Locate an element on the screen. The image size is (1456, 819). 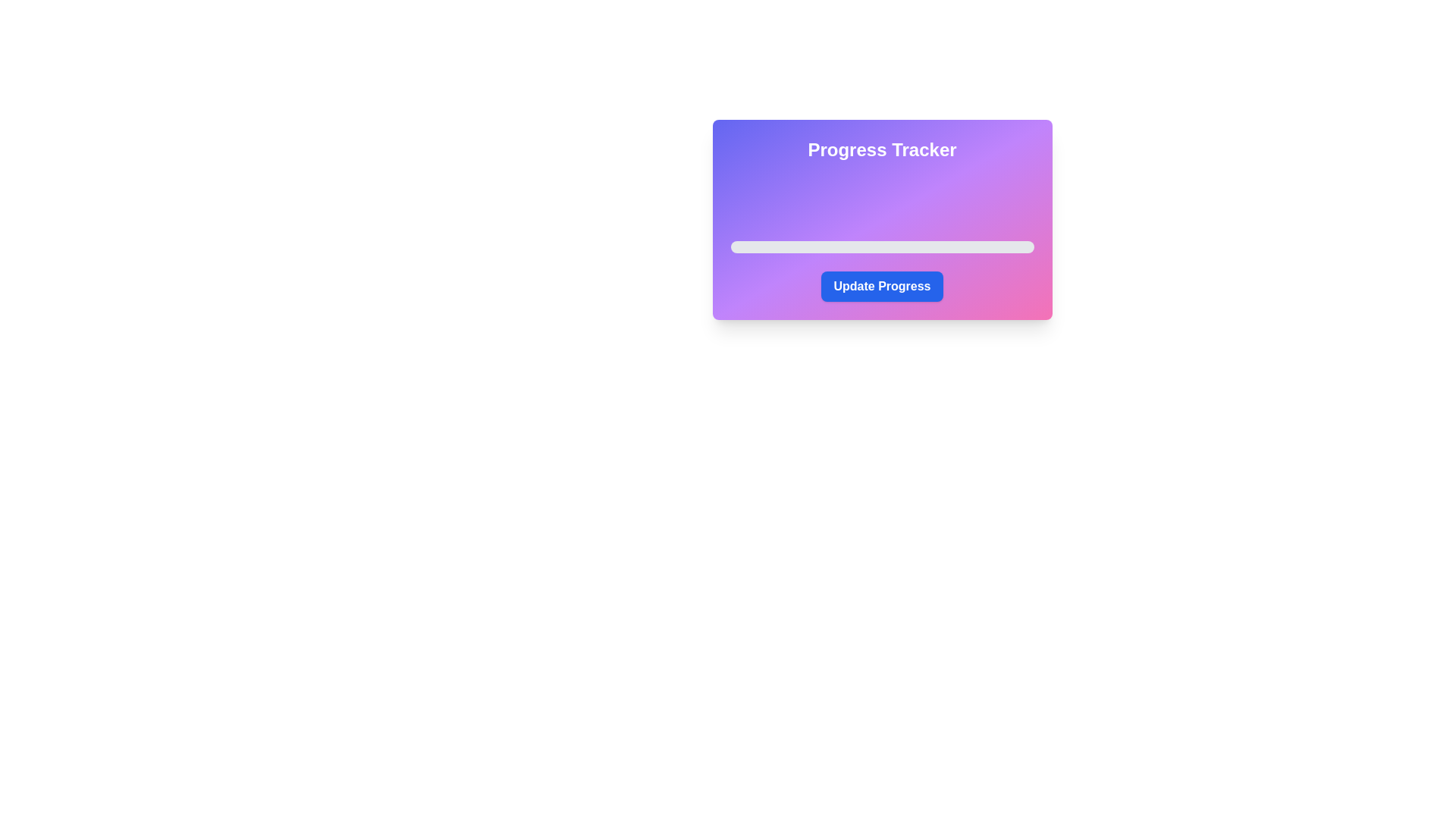
the progress bar that visually represents the progress of an operation, located below the circular progress indicator and above the interactive blue button labeled 'Update Progress' is located at coordinates (882, 246).